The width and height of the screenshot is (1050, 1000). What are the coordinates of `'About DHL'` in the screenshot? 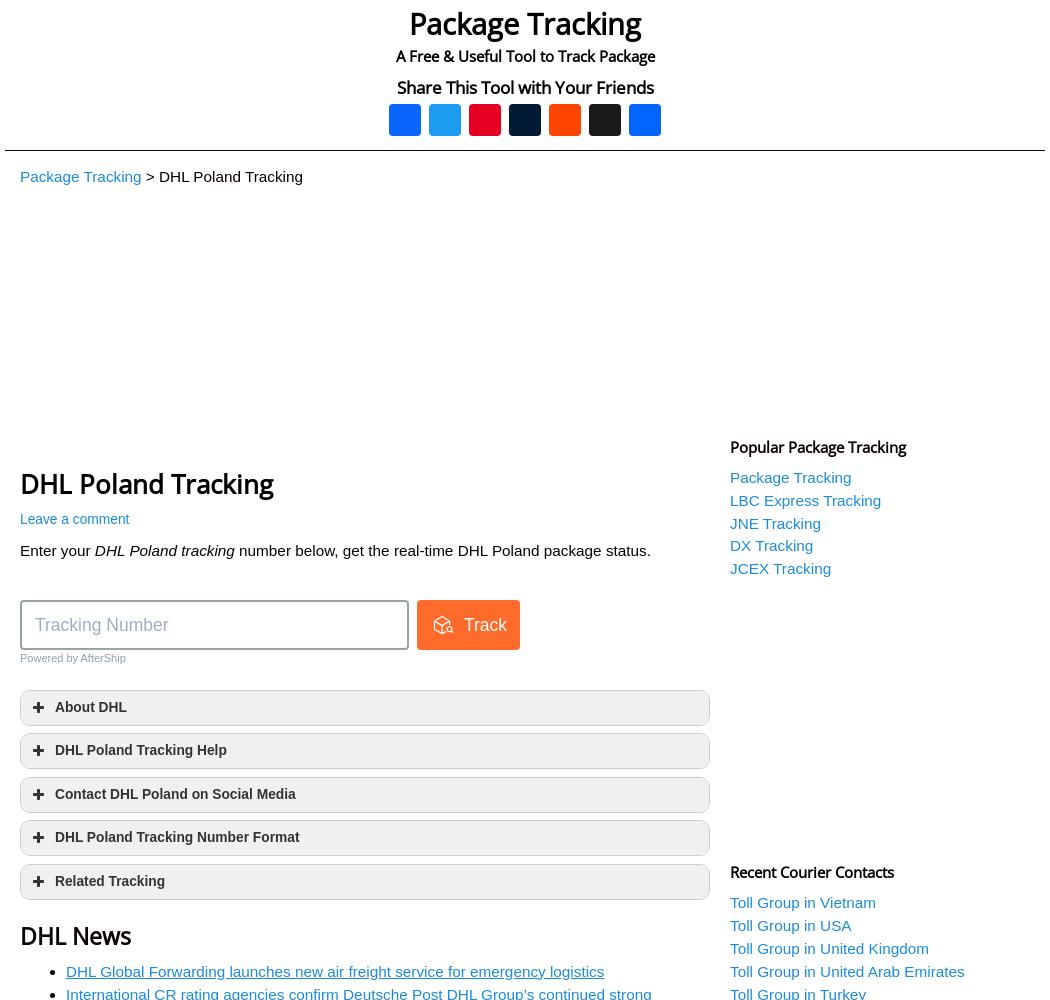 It's located at (90, 705).